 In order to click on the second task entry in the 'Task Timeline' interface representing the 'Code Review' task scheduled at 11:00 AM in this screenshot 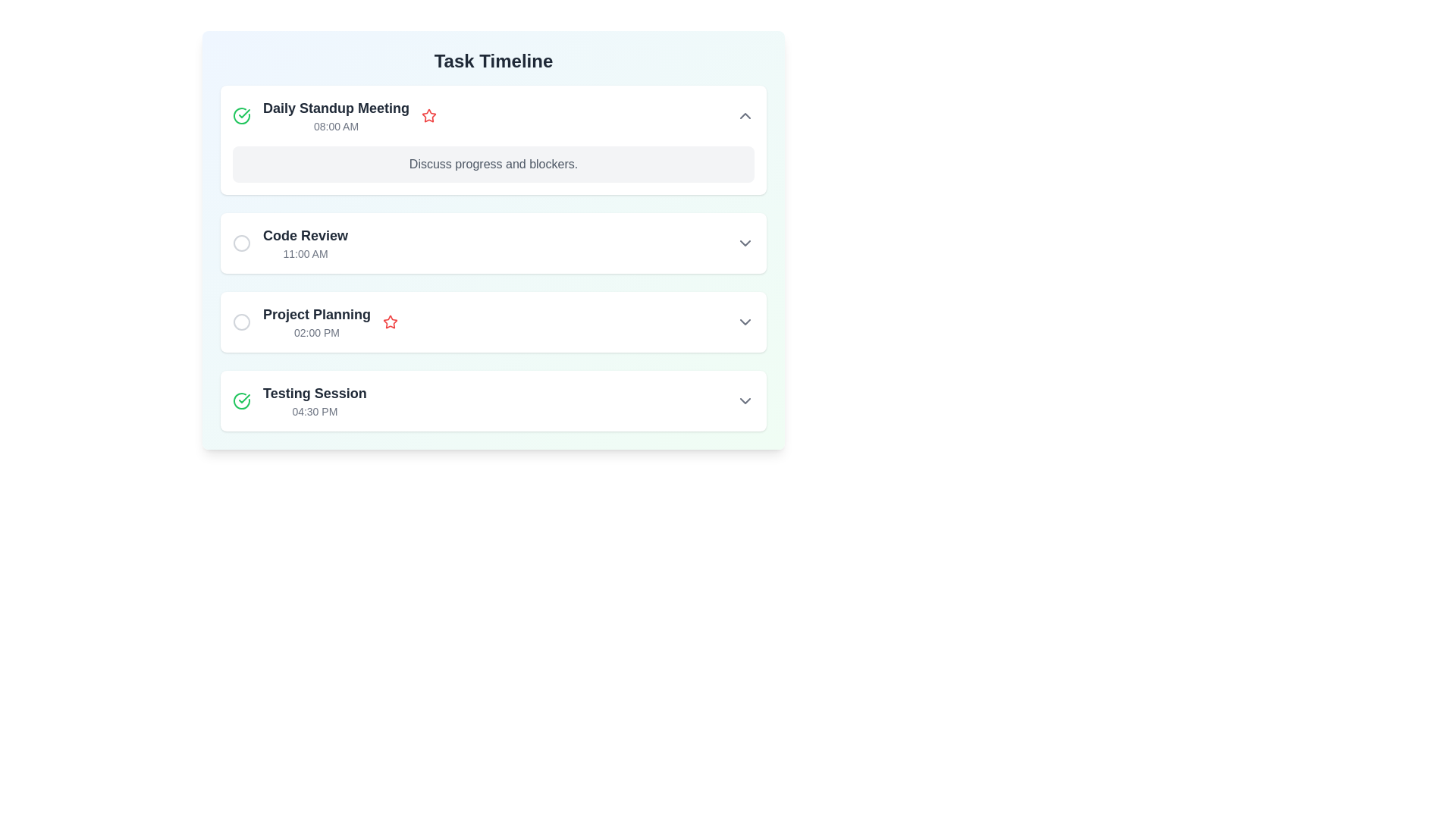, I will do `click(494, 242)`.